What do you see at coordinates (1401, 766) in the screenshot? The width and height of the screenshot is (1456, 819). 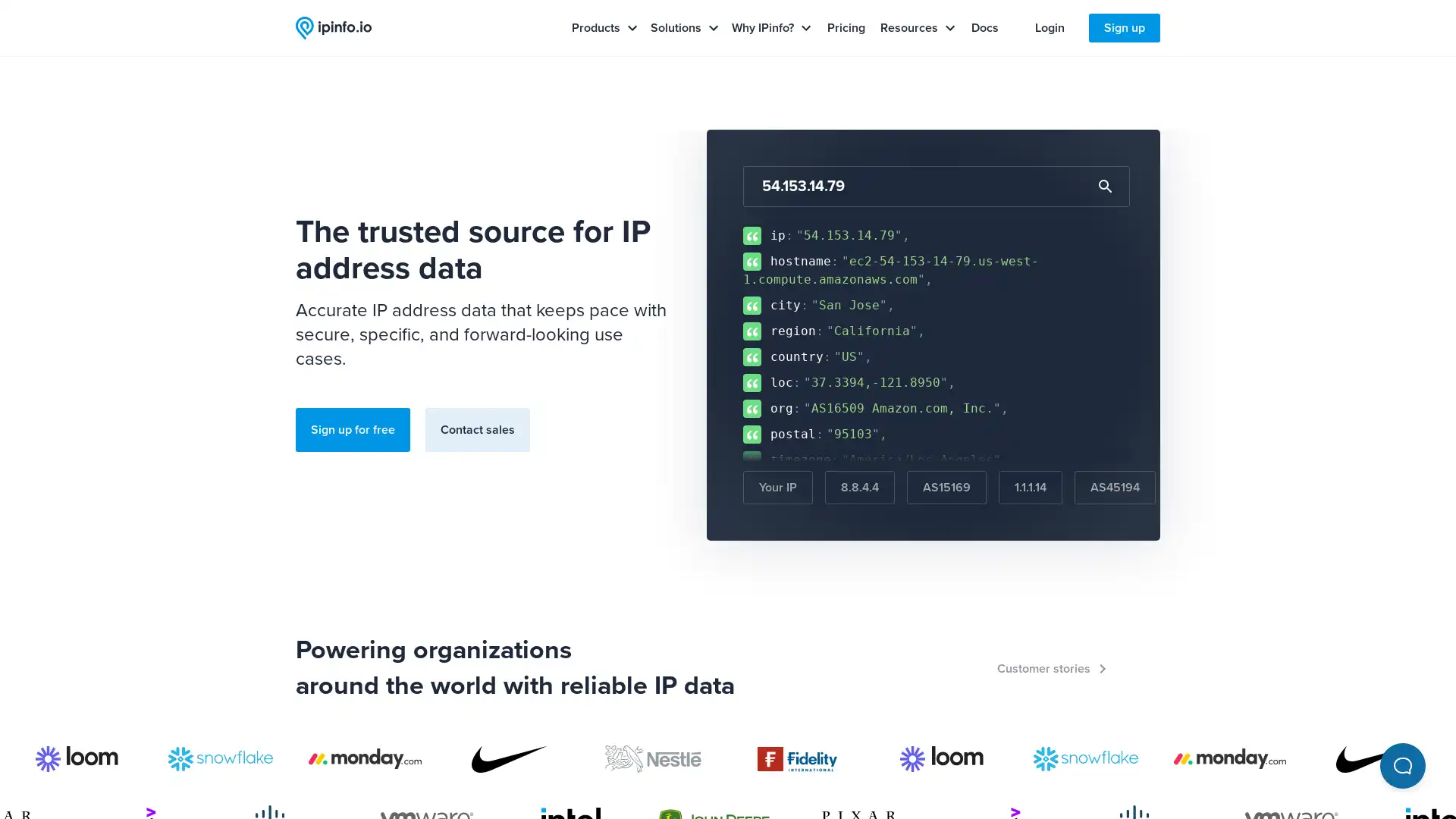 I see `Load Chat` at bounding box center [1401, 766].